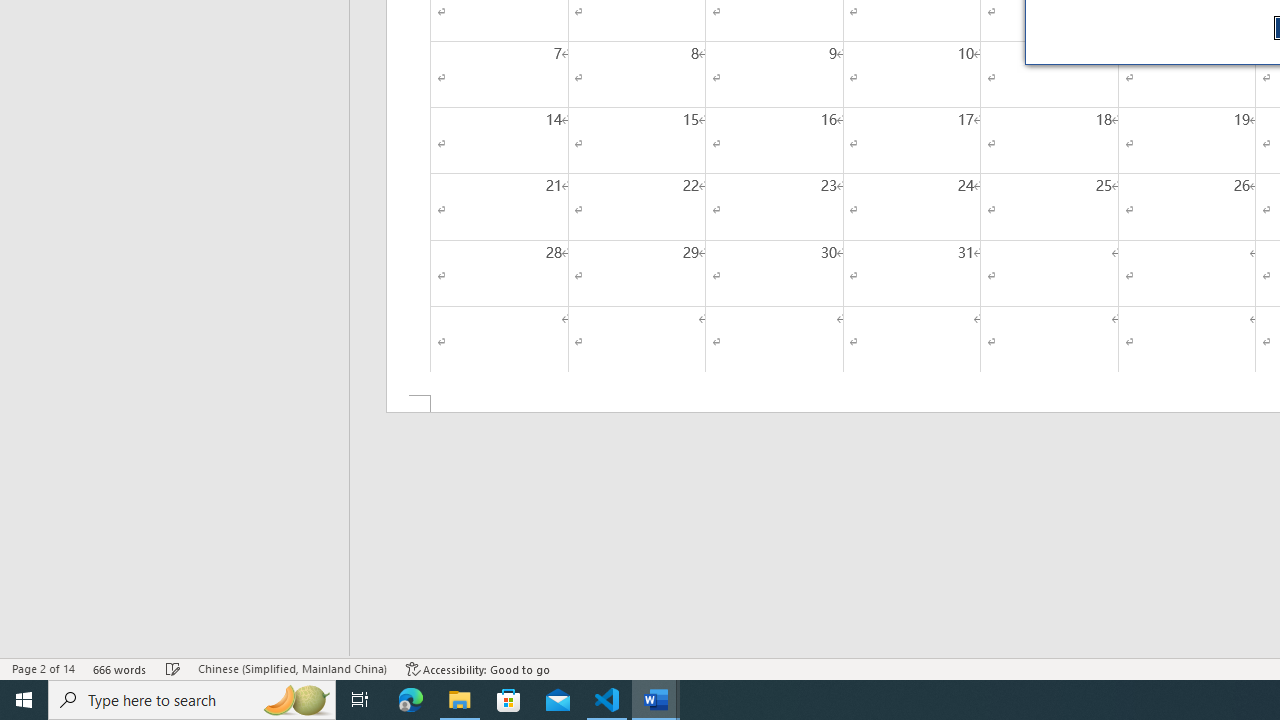 The image size is (1280, 720). I want to click on 'Task View', so click(359, 698).